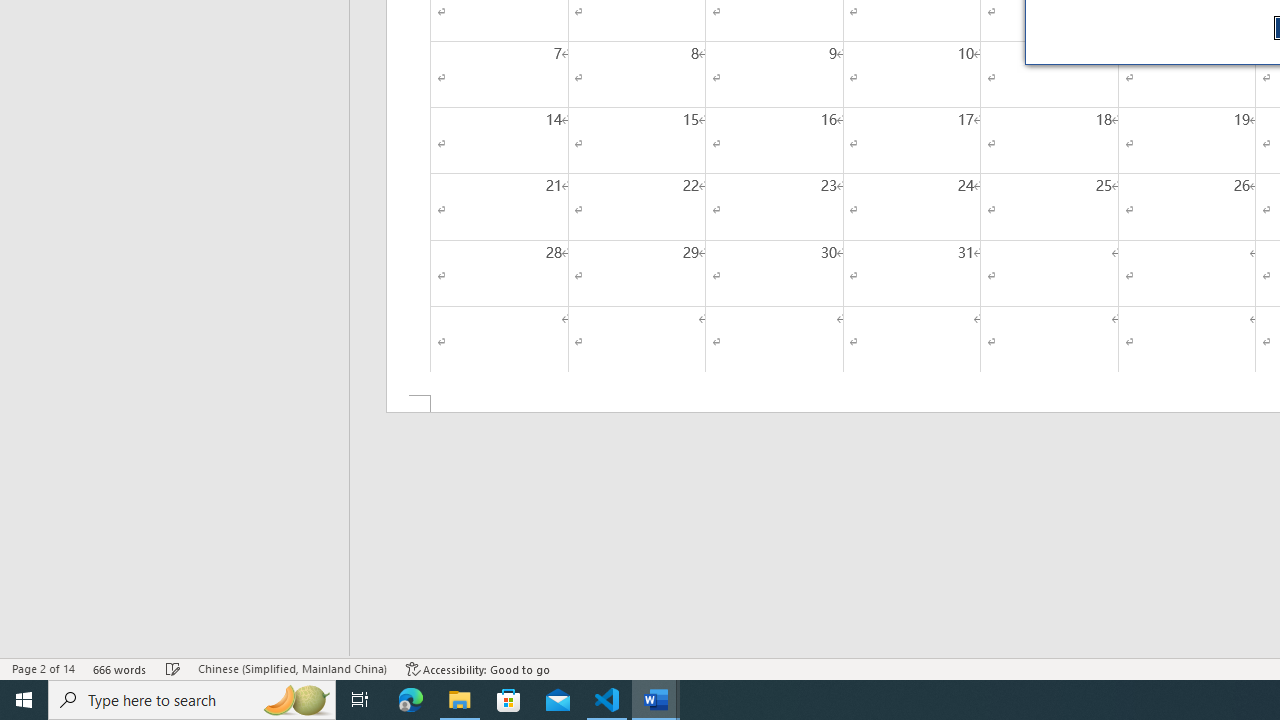 The image size is (1280, 720). I want to click on 'Task View', so click(359, 698).